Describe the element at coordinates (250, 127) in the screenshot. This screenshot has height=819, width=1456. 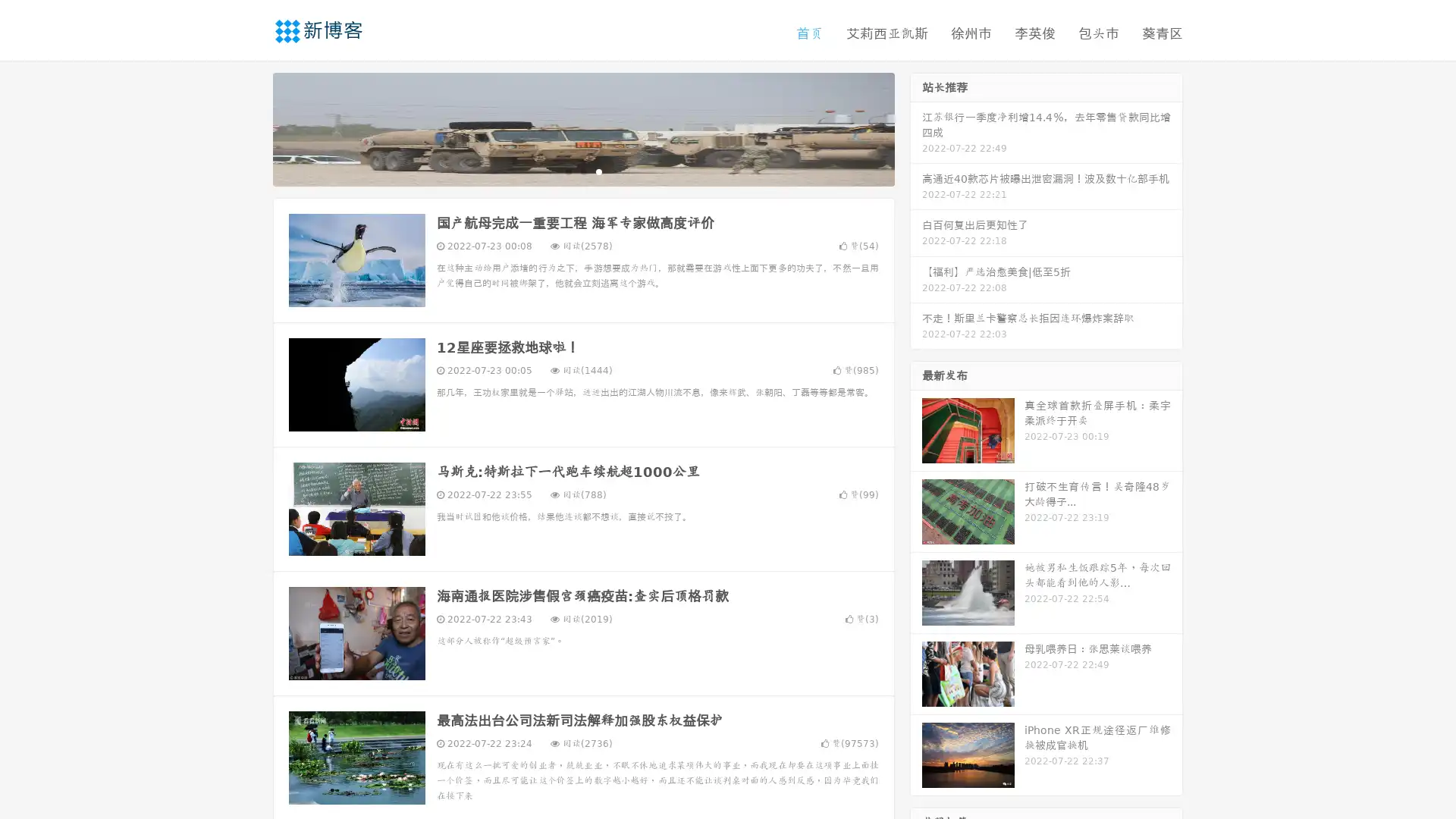
I see `Previous slide` at that location.